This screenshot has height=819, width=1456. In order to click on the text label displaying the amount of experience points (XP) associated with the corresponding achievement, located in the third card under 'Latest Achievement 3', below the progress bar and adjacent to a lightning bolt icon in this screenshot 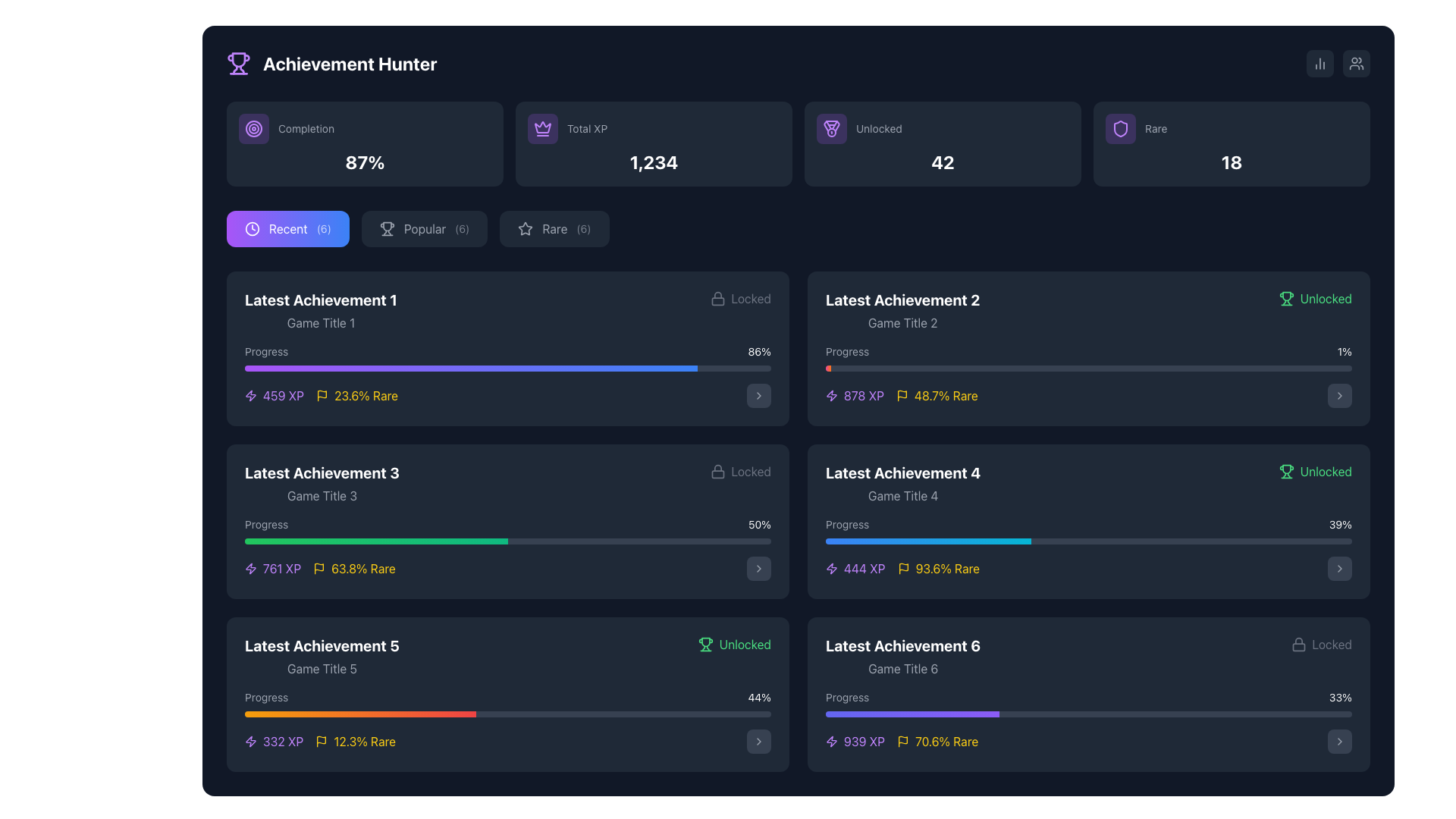, I will do `click(282, 568)`.